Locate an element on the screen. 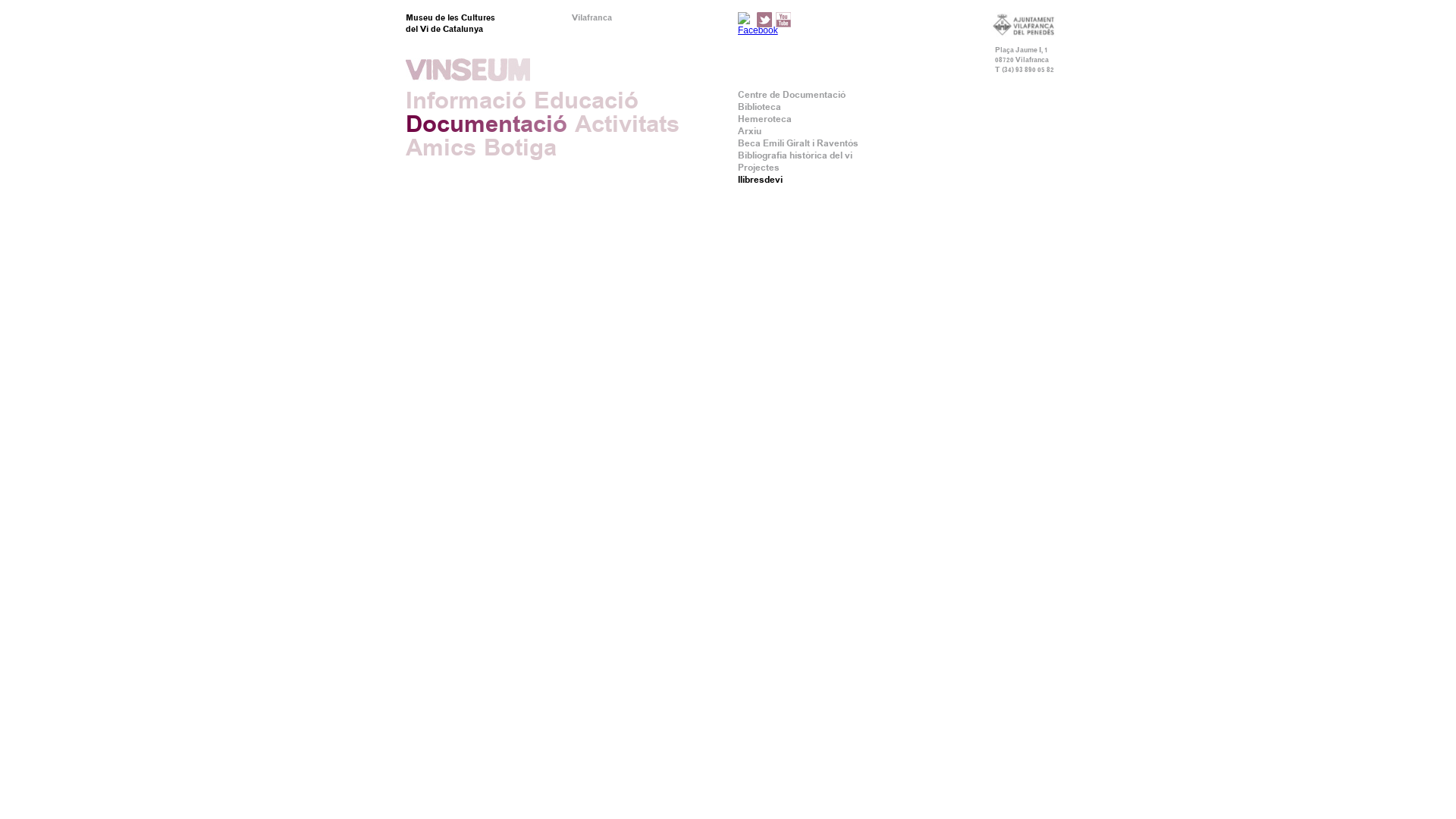 The image size is (1456, 819). 'Projectes' is located at coordinates (738, 167).